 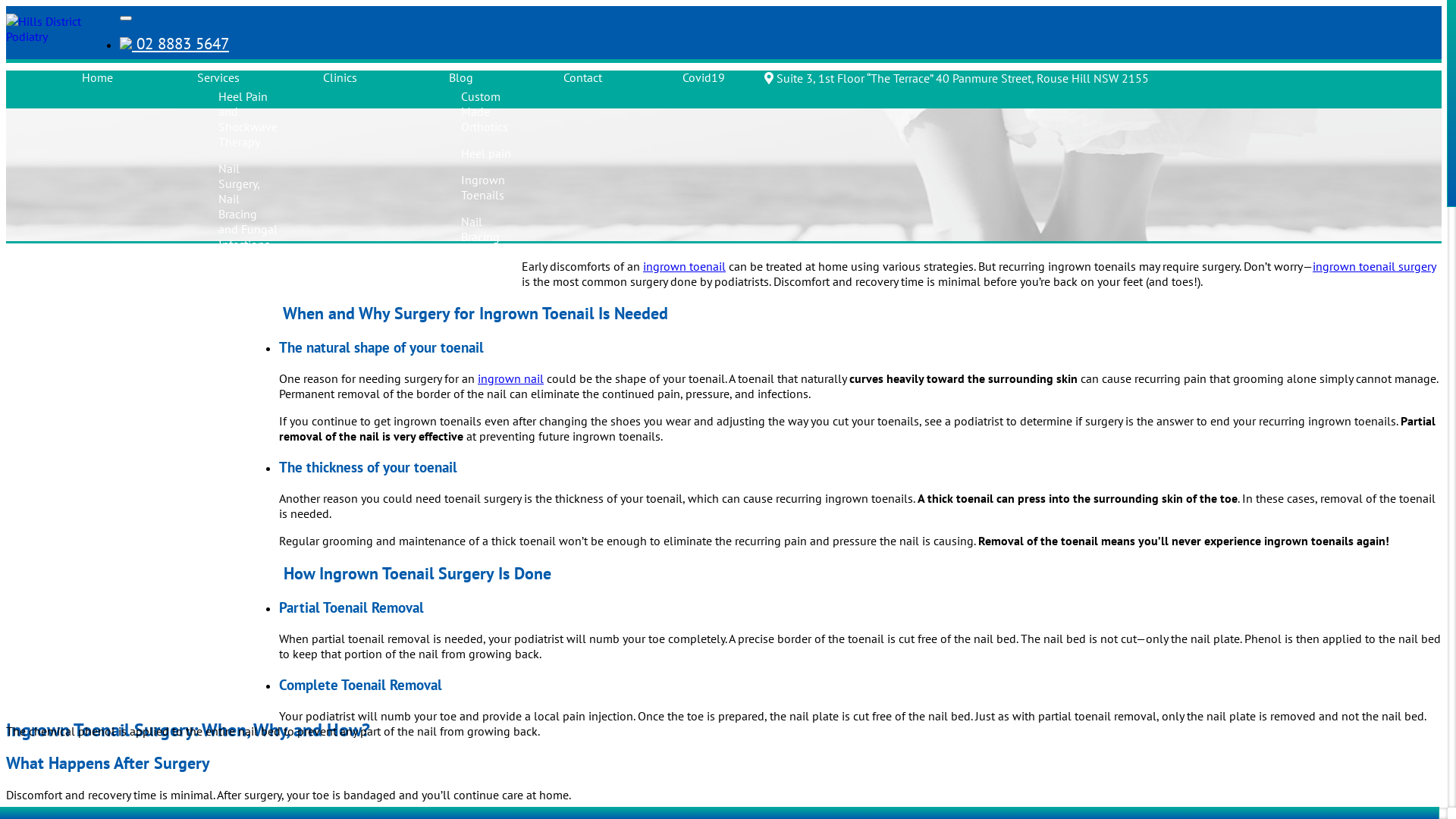 What do you see at coordinates (174, 42) in the screenshot?
I see `'02 8883 5647'` at bounding box center [174, 42].